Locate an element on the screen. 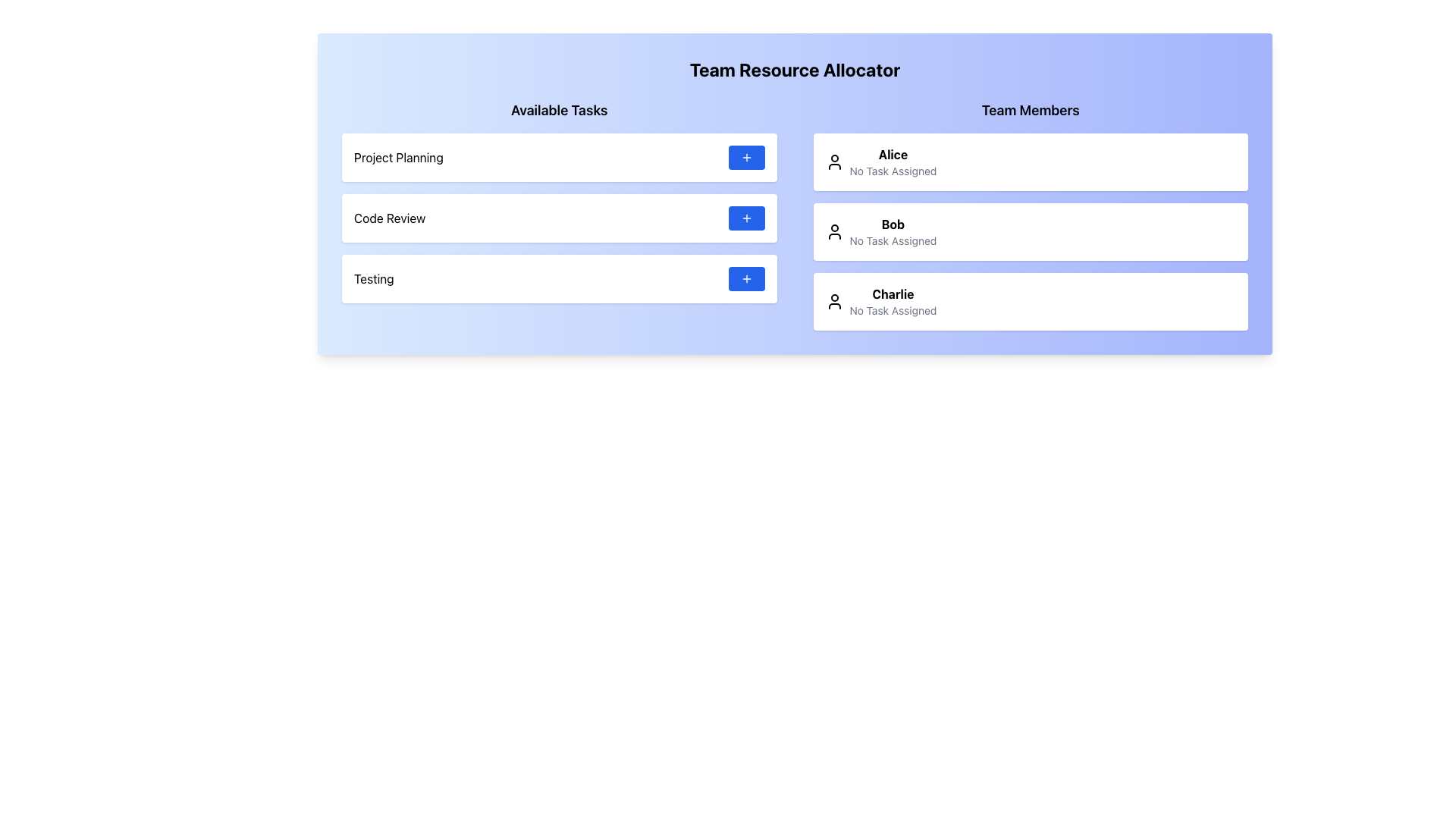 This screenshot has height=819, width=1456. the text label reading 'No Task Assigned', which is styled in a smaller gray font and positioned below the name 'Bob' in the second card under the 'Team Members' heading is located at coordinates (893, 240).